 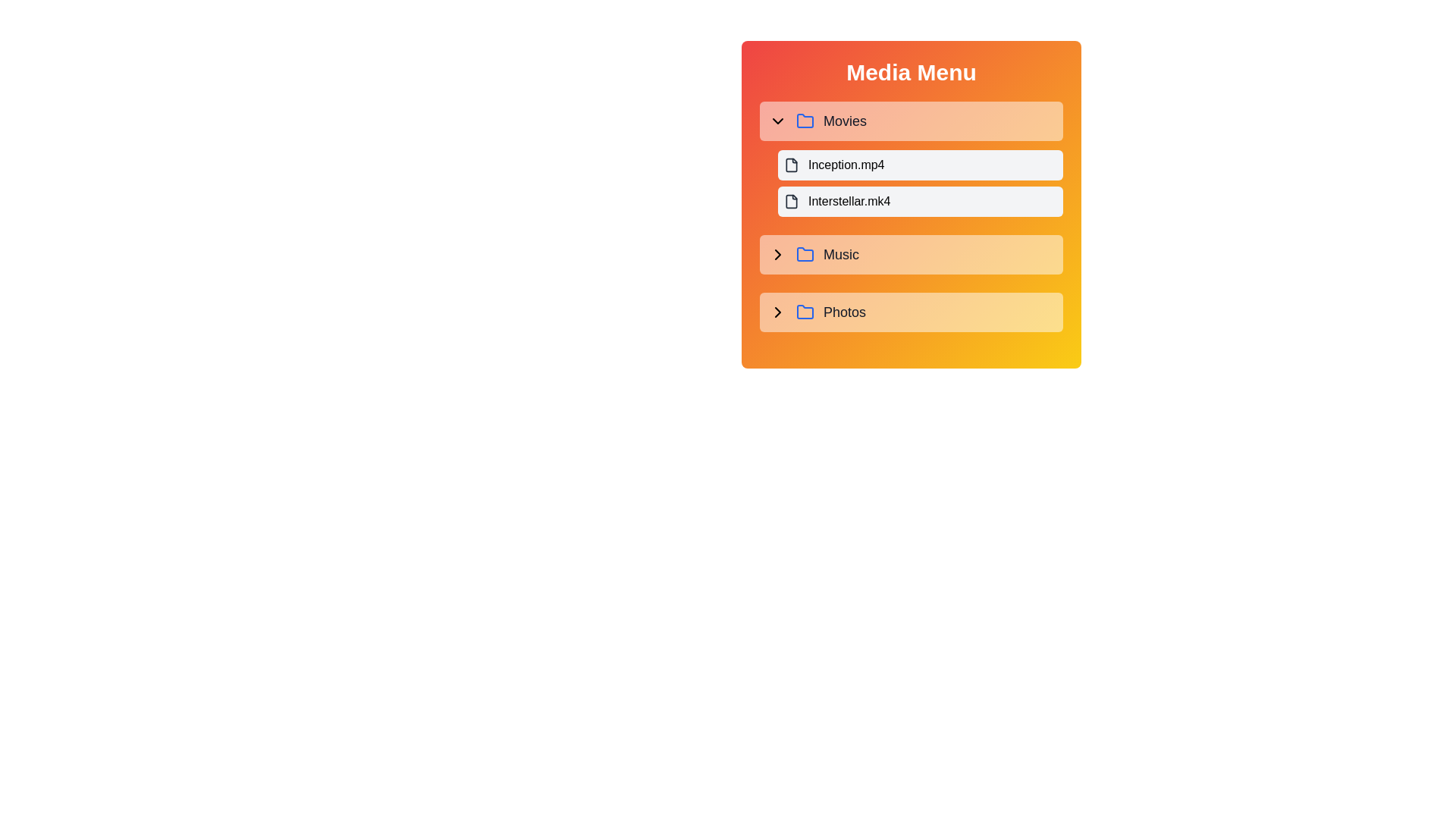 What do you see at coordinates (910, 158) in the screenshot?
I see `the first selectable item in the media menu, corresponding` at bounding box center [910, 158].